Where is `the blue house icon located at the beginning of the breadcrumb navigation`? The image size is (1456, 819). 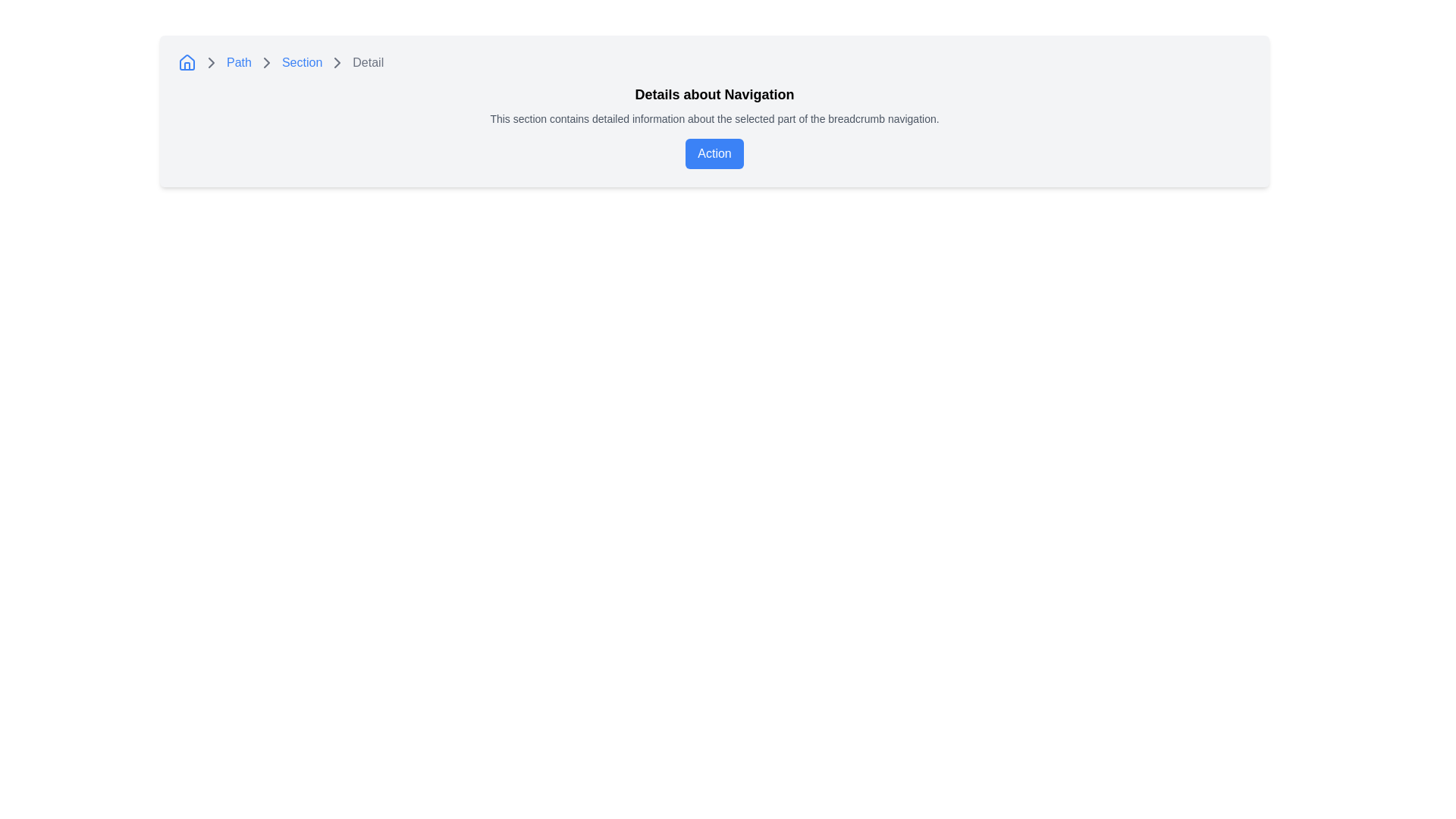
the blue house icon located at the beginning of the breadcrumb navigation is located at coordinates (186, 62).